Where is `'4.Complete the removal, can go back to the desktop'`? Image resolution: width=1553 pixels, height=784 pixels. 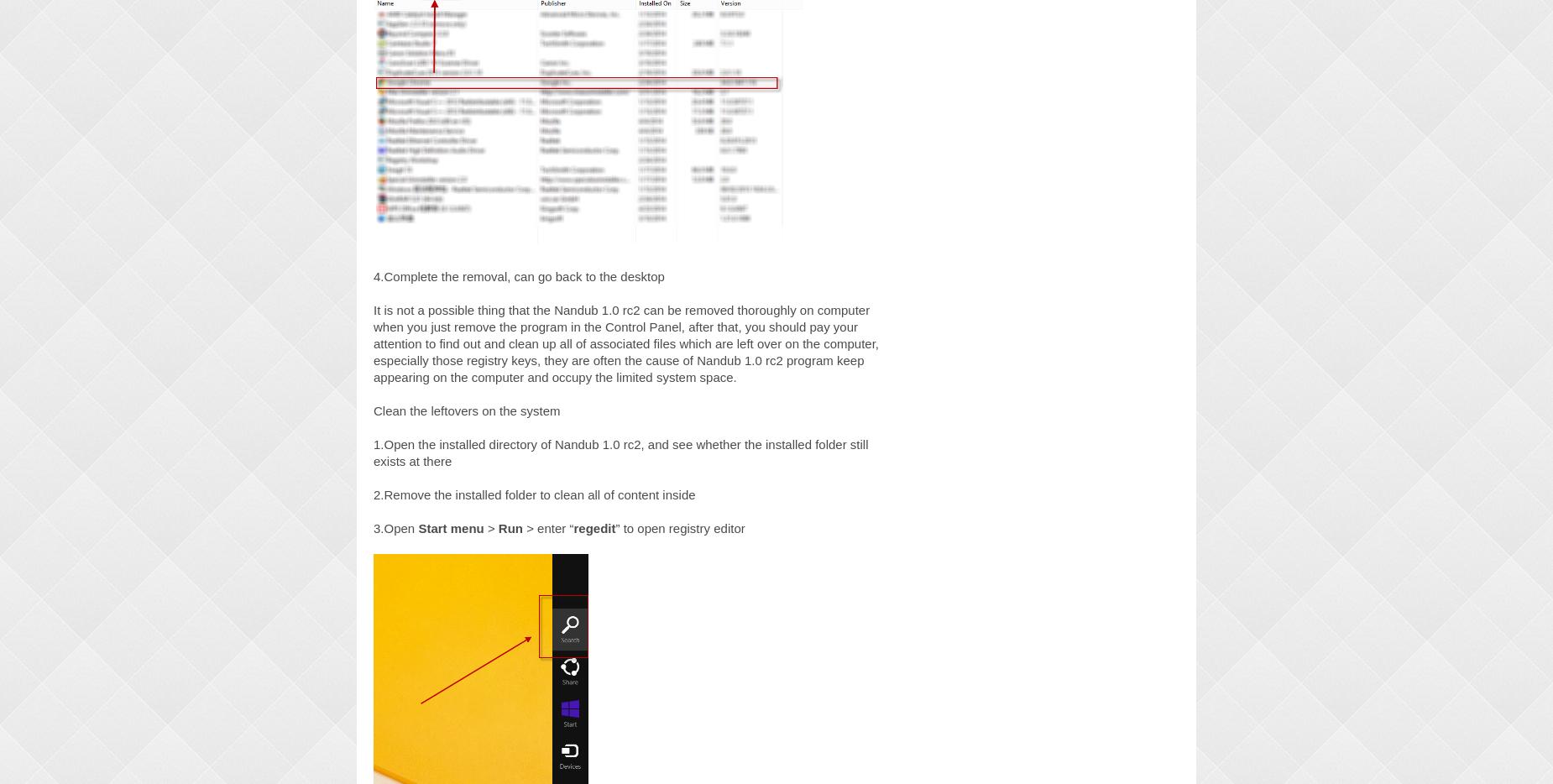
'4.Complete the removal, can go back to the desktop' is located at coordinates (519, 275).